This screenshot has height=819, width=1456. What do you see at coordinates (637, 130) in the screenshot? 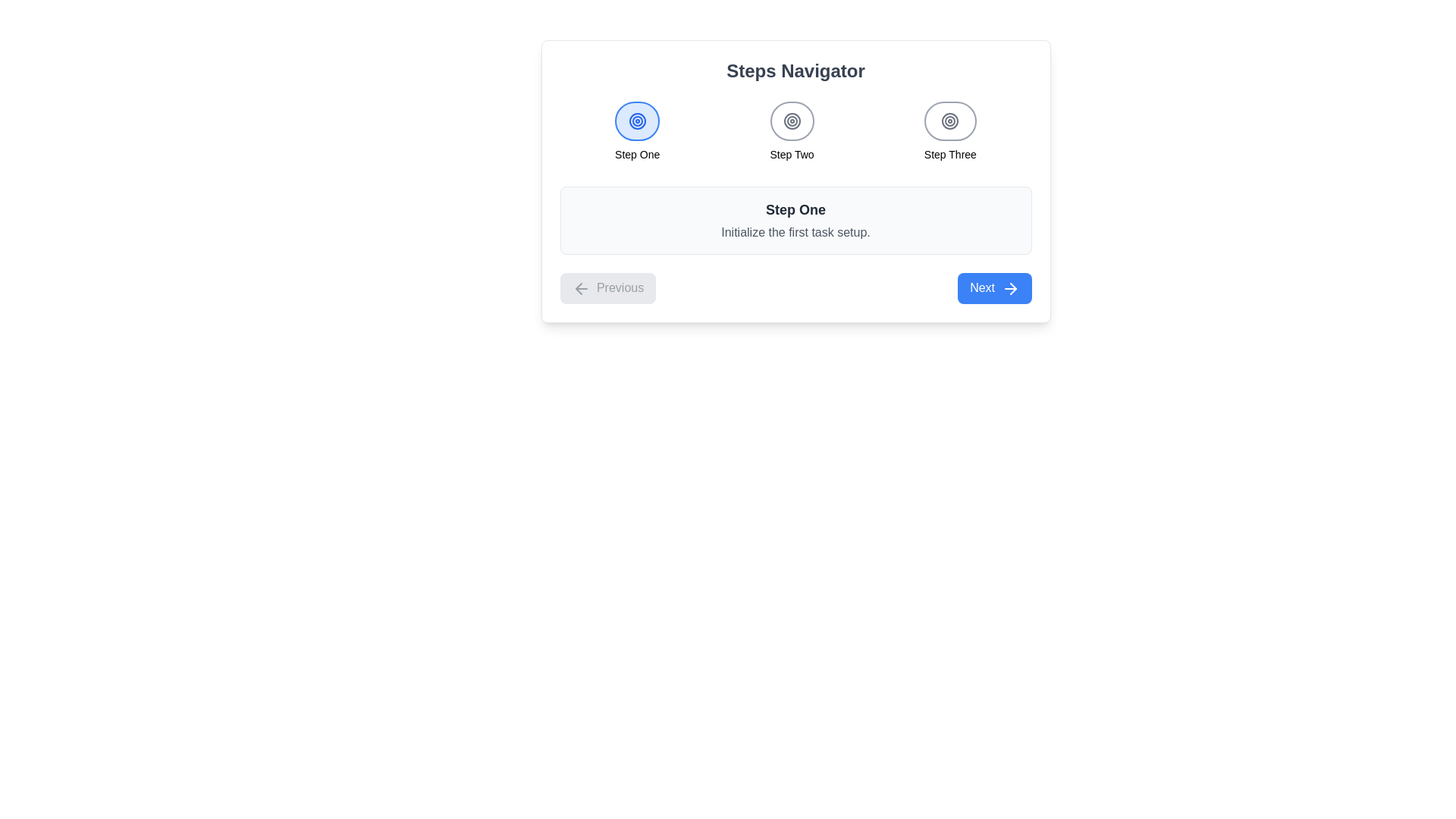
I see `the 'Step One' icon in the navigation step bar that is highlighted in blue, indicating the current step in the multi-step process` at bounding box center [637, 130].